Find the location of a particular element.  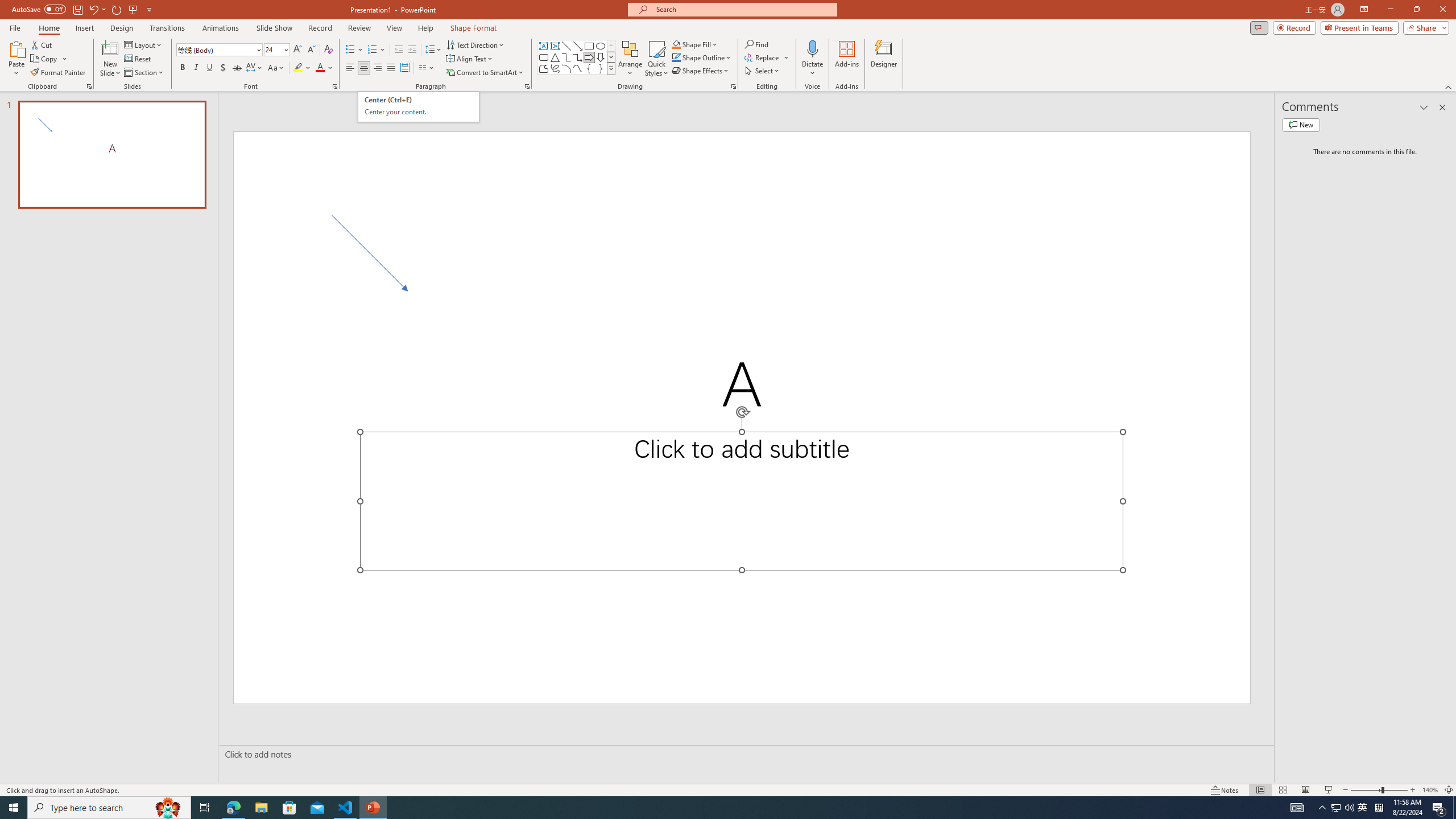

'New comment' is located at coordinates (1300, 124).